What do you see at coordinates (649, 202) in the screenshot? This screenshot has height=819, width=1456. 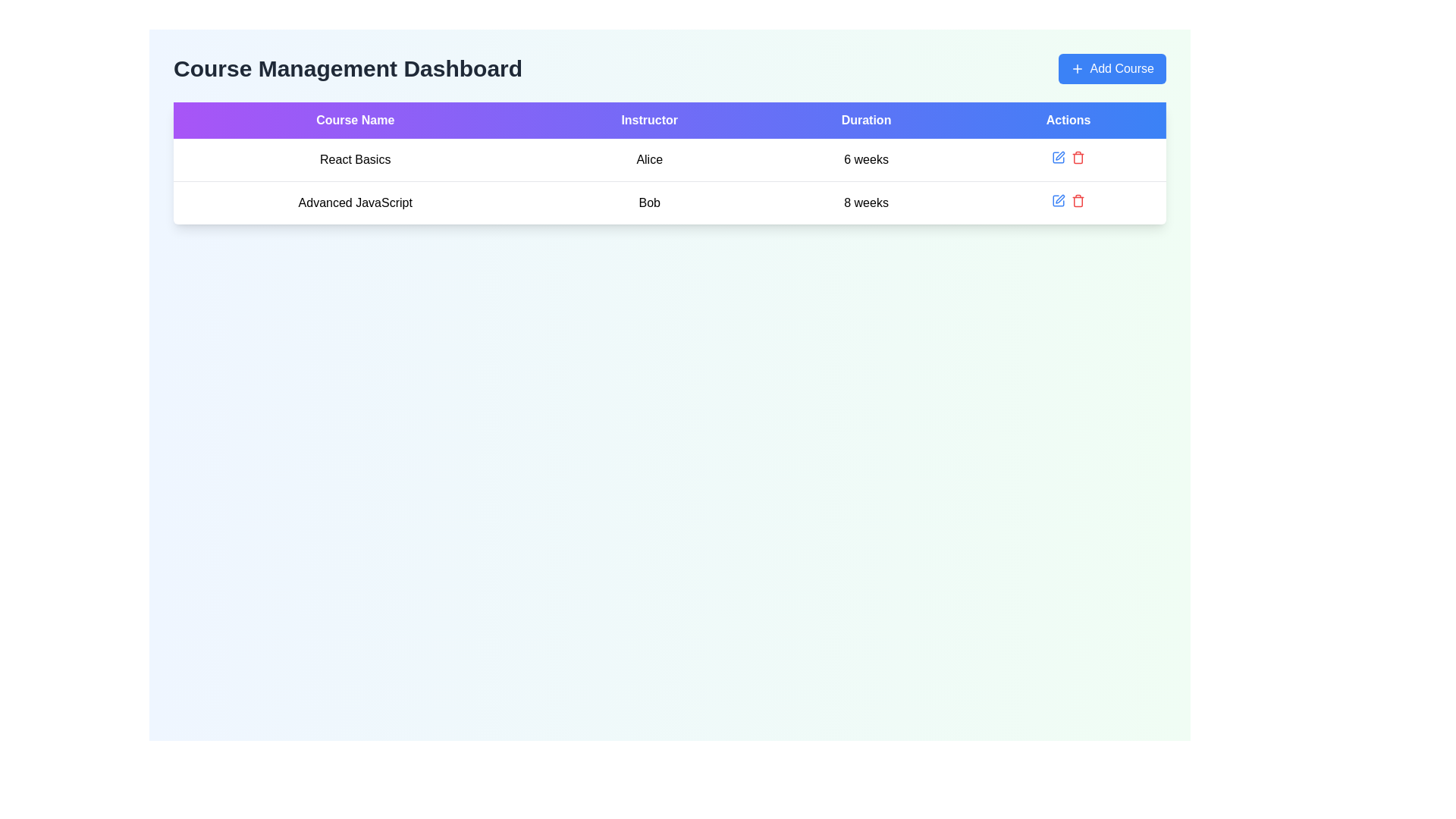 I see `the centered text display reading 'Bob' located in the second row of the table under the 'Instructor' column` at bounding box center [649, 202].